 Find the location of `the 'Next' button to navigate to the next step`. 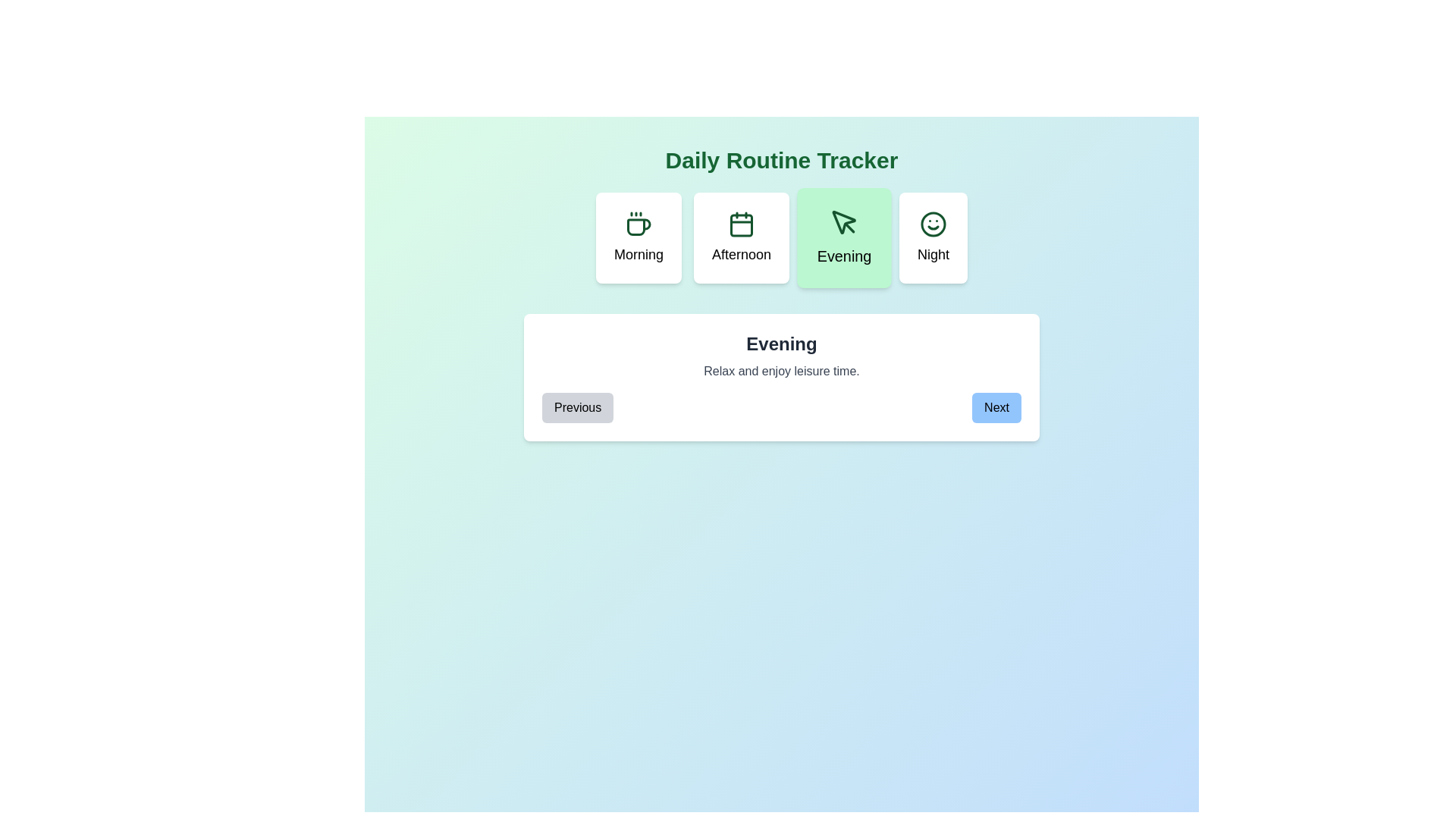

the 'Next' button to navigate to the next step is located at coordinates (996, 406).